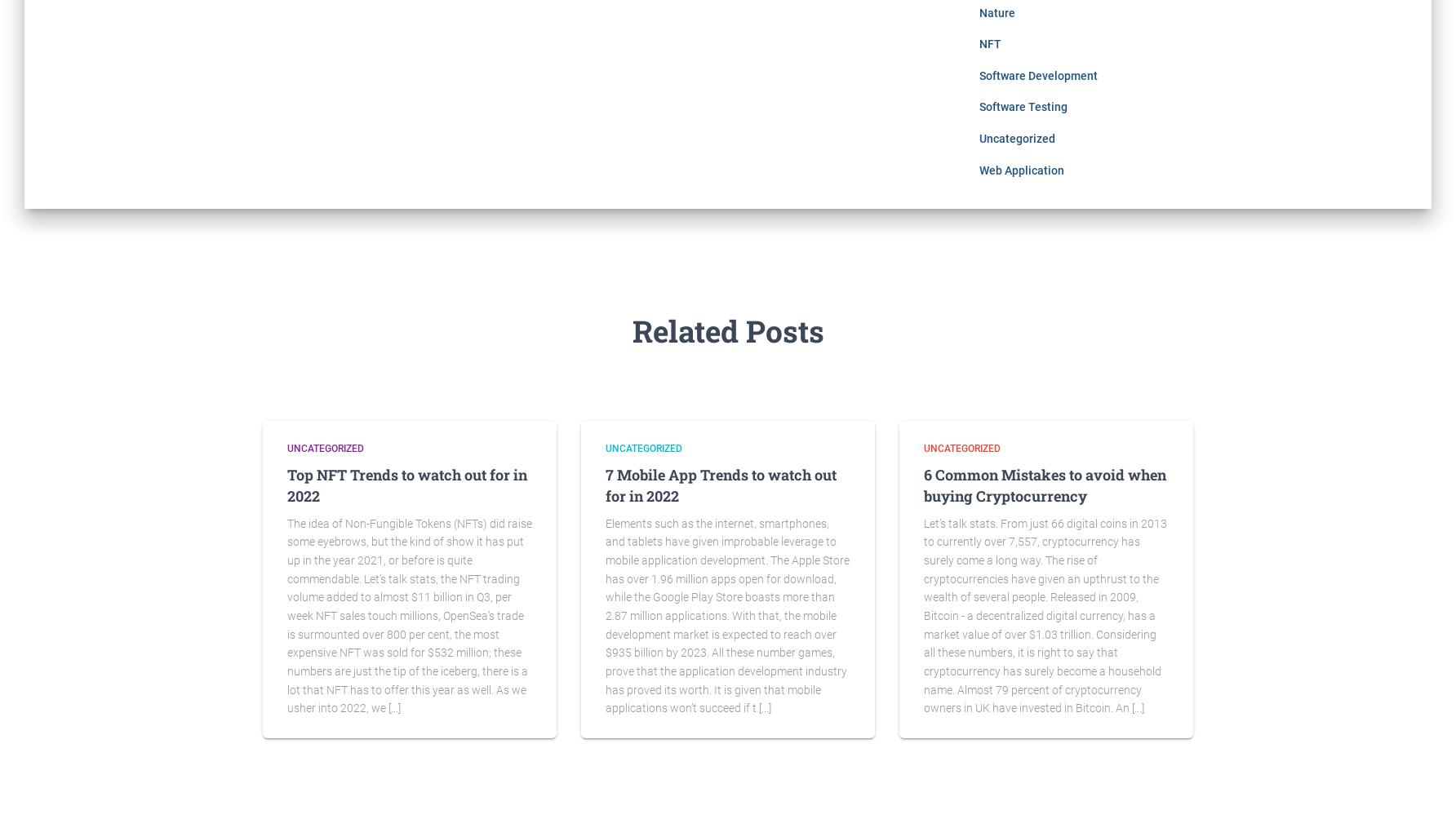  I want to click on 'The idea of Non-Fungible Tokens (NFTs) did raise some eyebrows, but the kind of show it has put up in the year 2021, or before is quite commendable. Let’s talk stats, the NFT trading volume added to almost $11 billion in Q3, per week NFT sales touch millions, OpenSea’s trade is surmounted over 800 per cent, the most expensive NFT was sold for $532 million; these numbers are just the tip of the iceberg, there is a lot that NFT has to offer this year as well. As we usher into 2022, we  [...]', so click(410, 615).